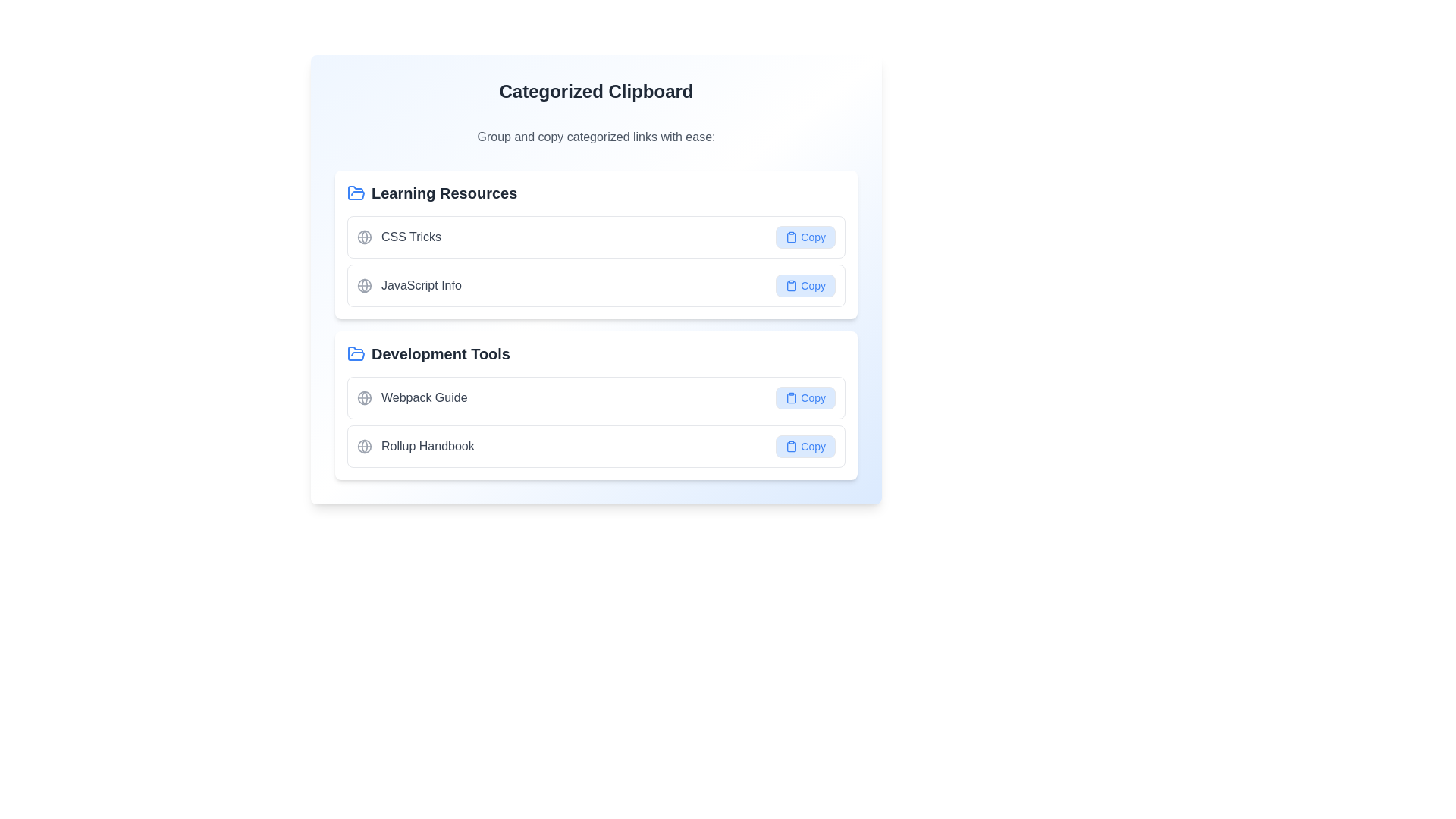 The height and width of the screenshot is (819, 1456). What do you see at coordinates (364, 286) in the screenshot?
I see `the decorative circle representing a 'globe' within the SVG illustration located on the left side of the 'JavaScript Info' listing under 'Learning Resources'` at bounding box center [364, 286].